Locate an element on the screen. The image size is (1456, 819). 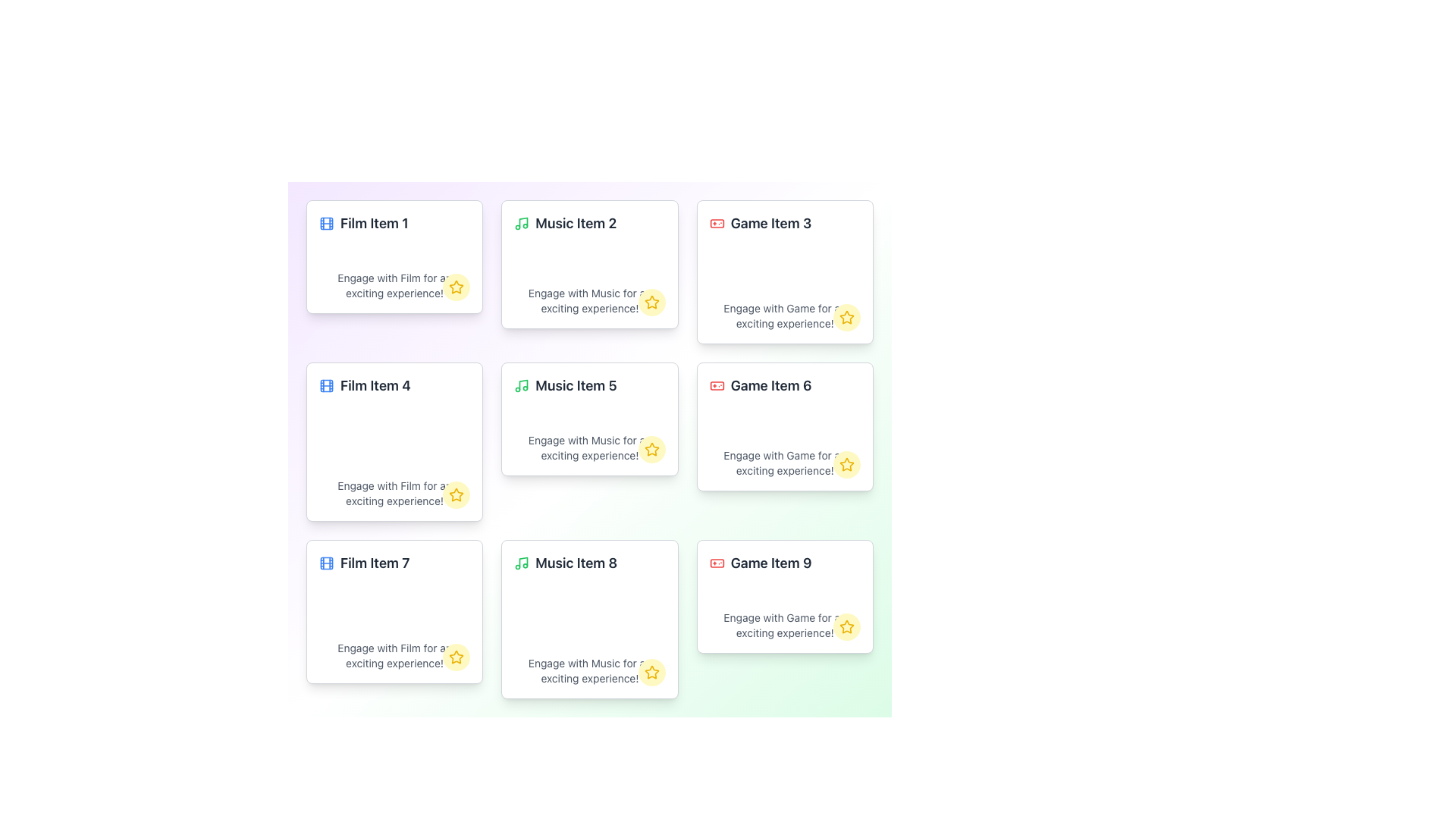
the SVG game controller icon with a red stroke, located in the 'Game Item 6' card in the second row, third column of the grid layout is located at coordinates (716, 385).